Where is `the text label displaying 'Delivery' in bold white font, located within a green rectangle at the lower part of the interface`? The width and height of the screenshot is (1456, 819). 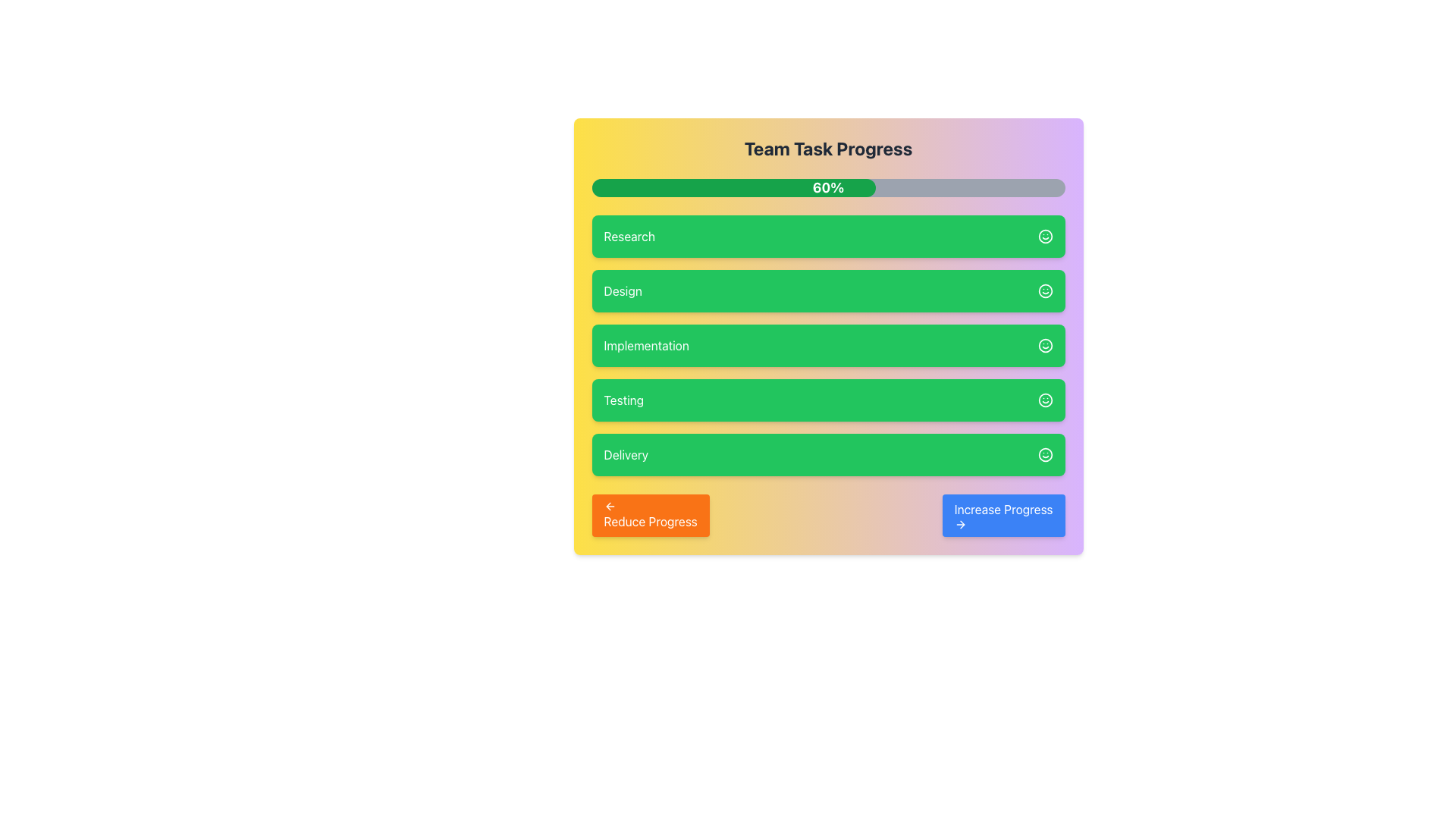
the text label displaying 'Delivery' in bold white font, located within a green rectangle at the lower part of the interface is located at coordinates (626, 454).